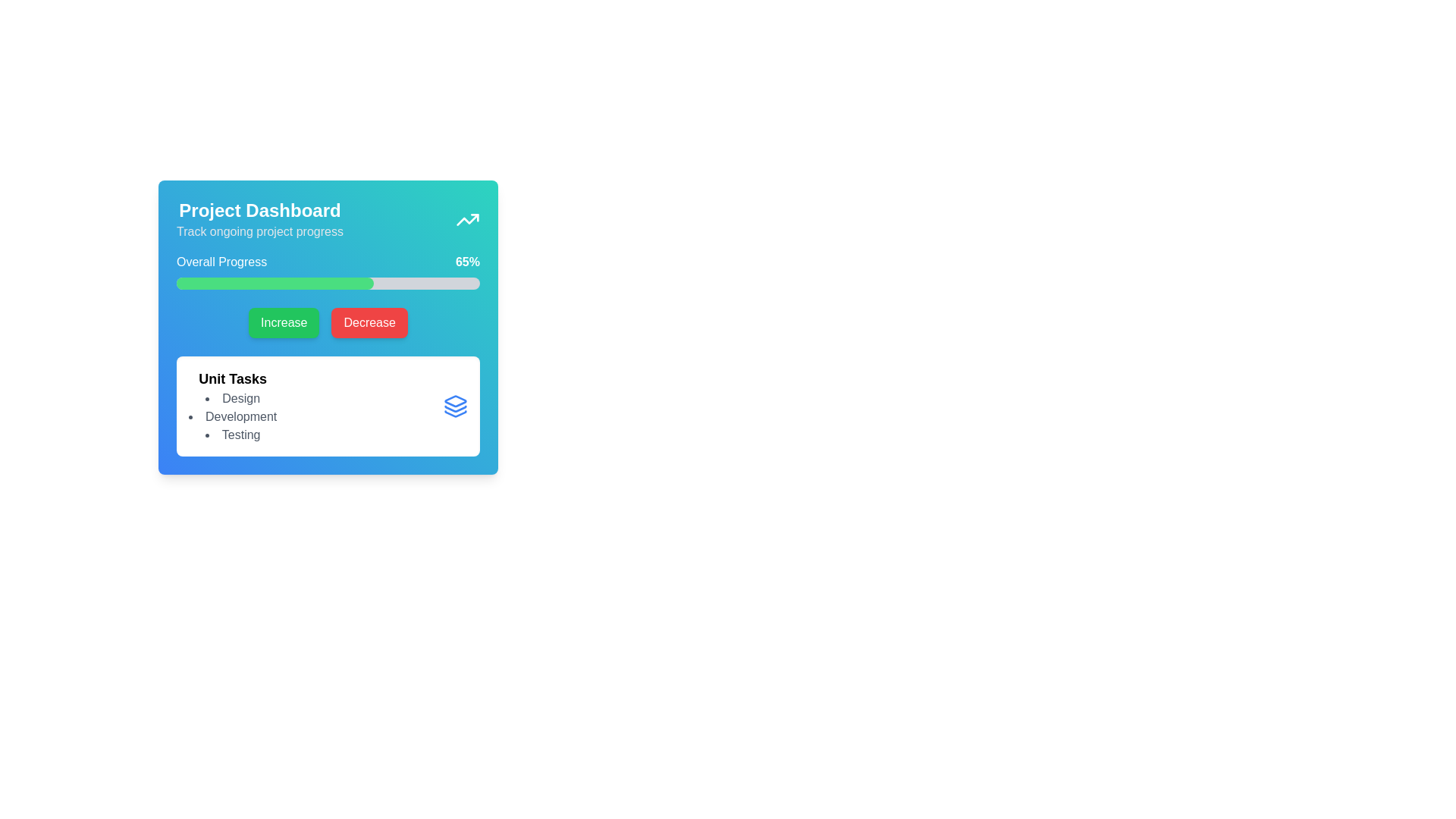 The width and height of the screenshot is (1456, 819). What do you see at coordinates (327, 271) in the screenshot?
I see `the Progress Bar, which is centrally located beneath the title 'Project Dashboard' and above the 'Increase' and 'Decrease' buttons, indicating 65% completion` at bounding box center [327, 271].